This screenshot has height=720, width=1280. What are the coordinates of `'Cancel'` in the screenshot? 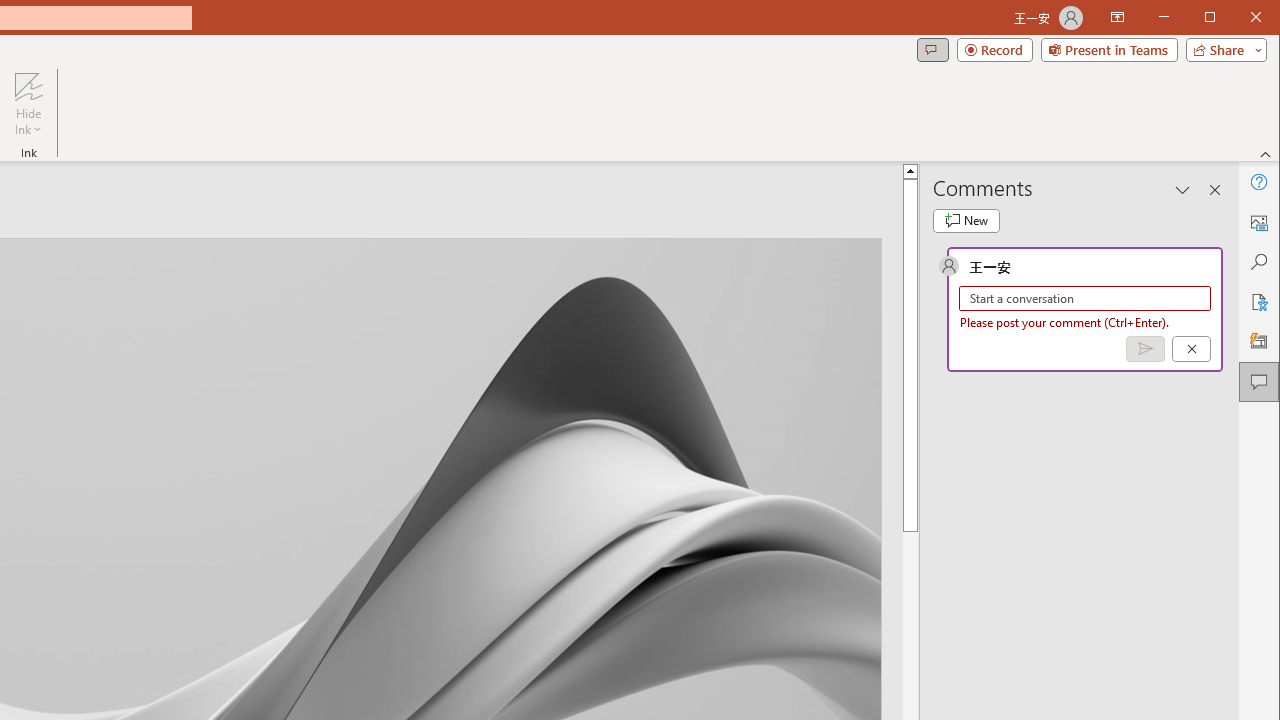 It's located at (1191, 348).